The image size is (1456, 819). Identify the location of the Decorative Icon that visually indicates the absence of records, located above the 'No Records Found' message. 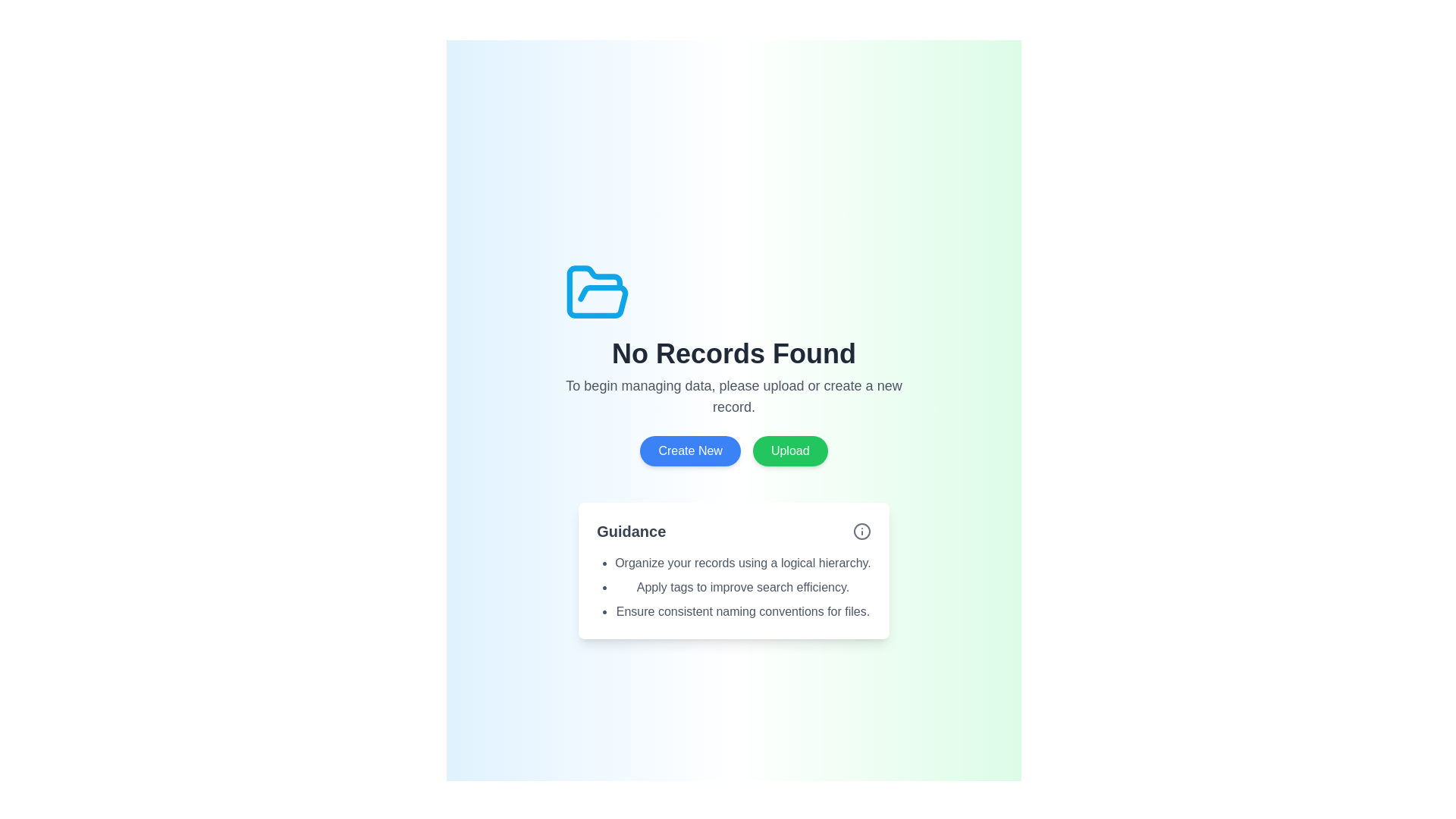
(596, 292).